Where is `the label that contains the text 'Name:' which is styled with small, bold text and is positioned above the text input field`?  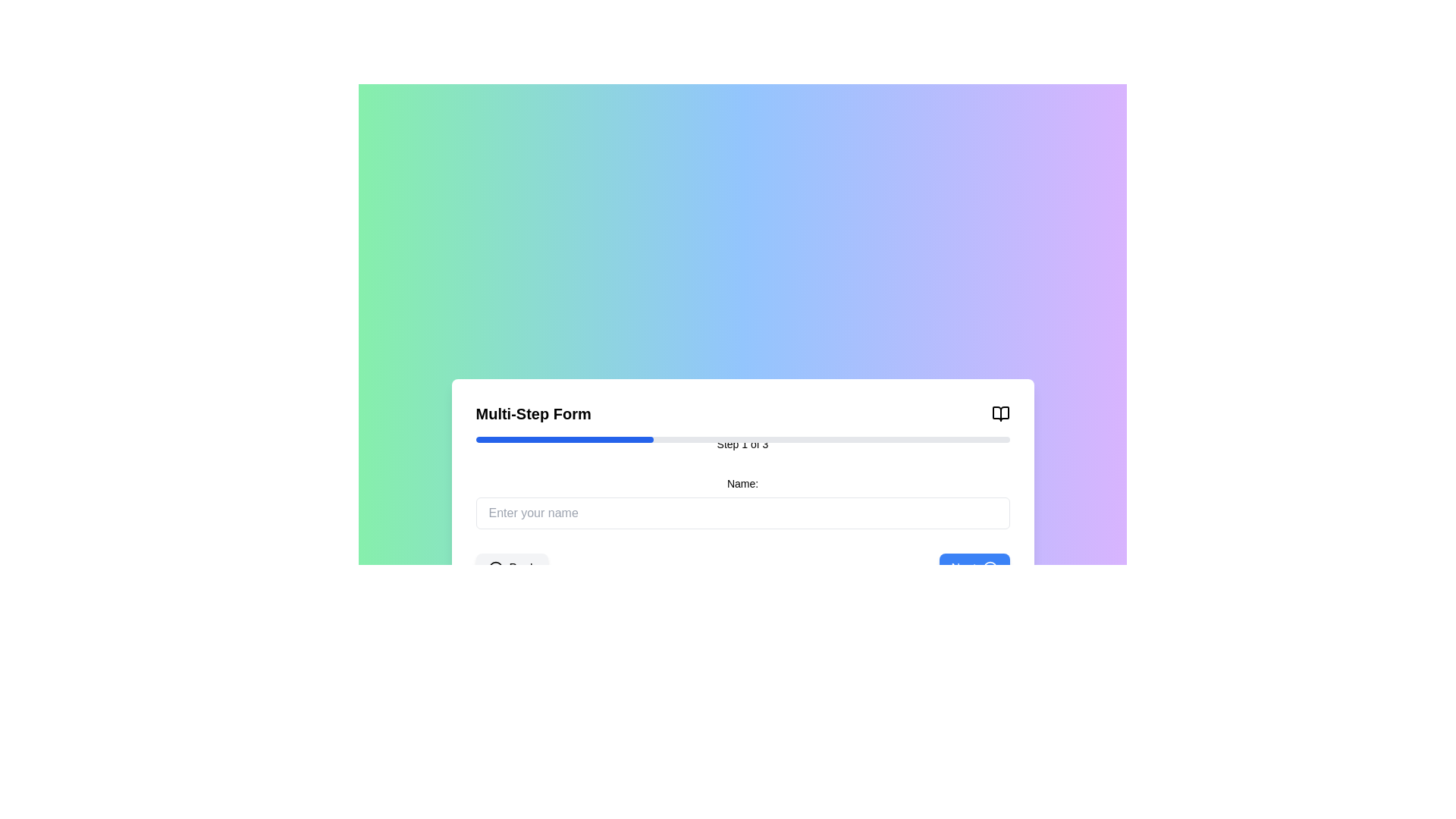
the label that contains the text 'Name:' which is styled with small, bold text and is positioned above the text input field is located at coordinates (742, 483).